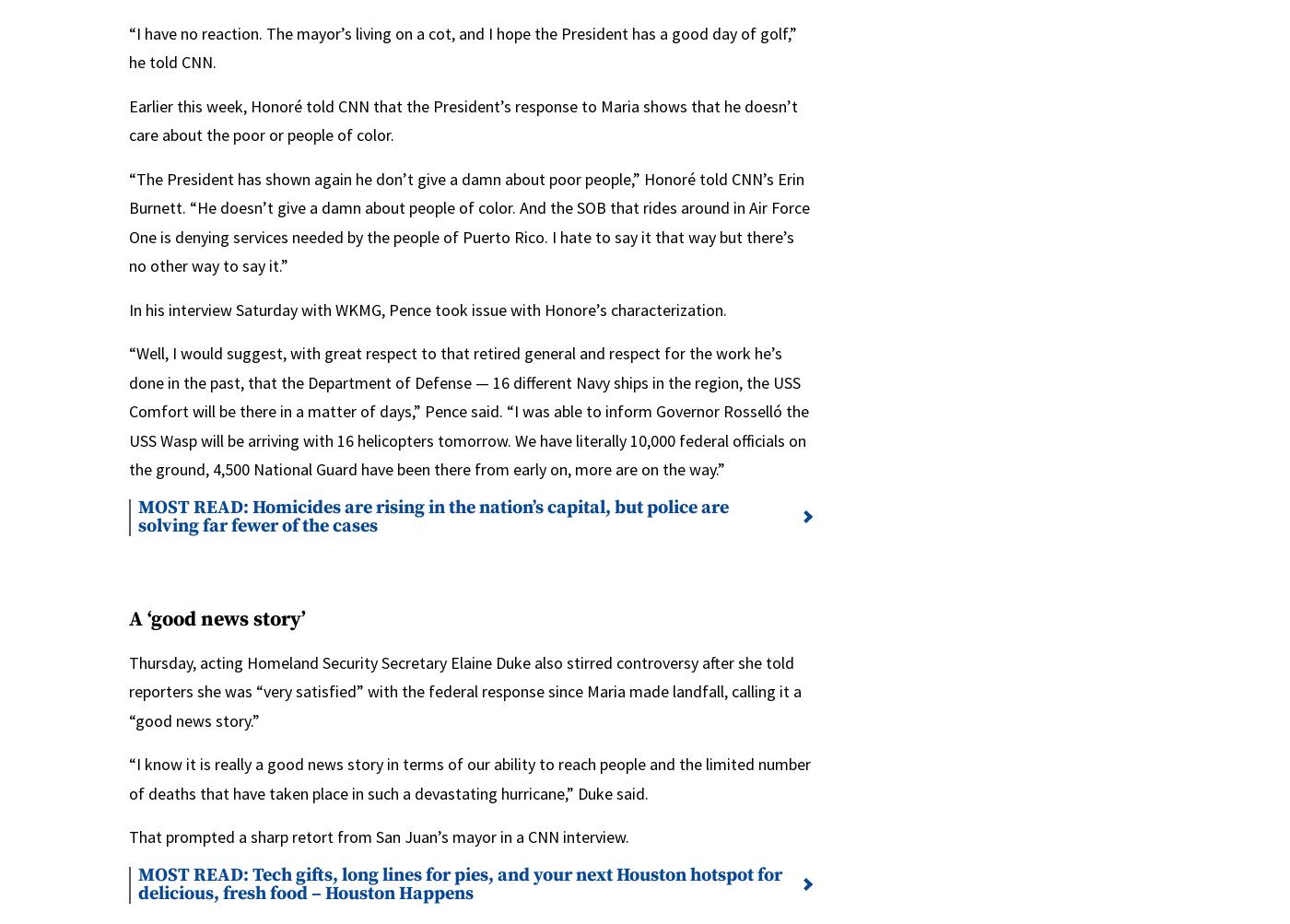 The image size is (1290, 924). Describe the element at coordinates (470, 778) in the screenshot. I see `'“I know it is really a good news story in terms of our ability to reach people and the limited number of deaths that have taken place in such a devastating hurricane,” Duke said.'` at that location.